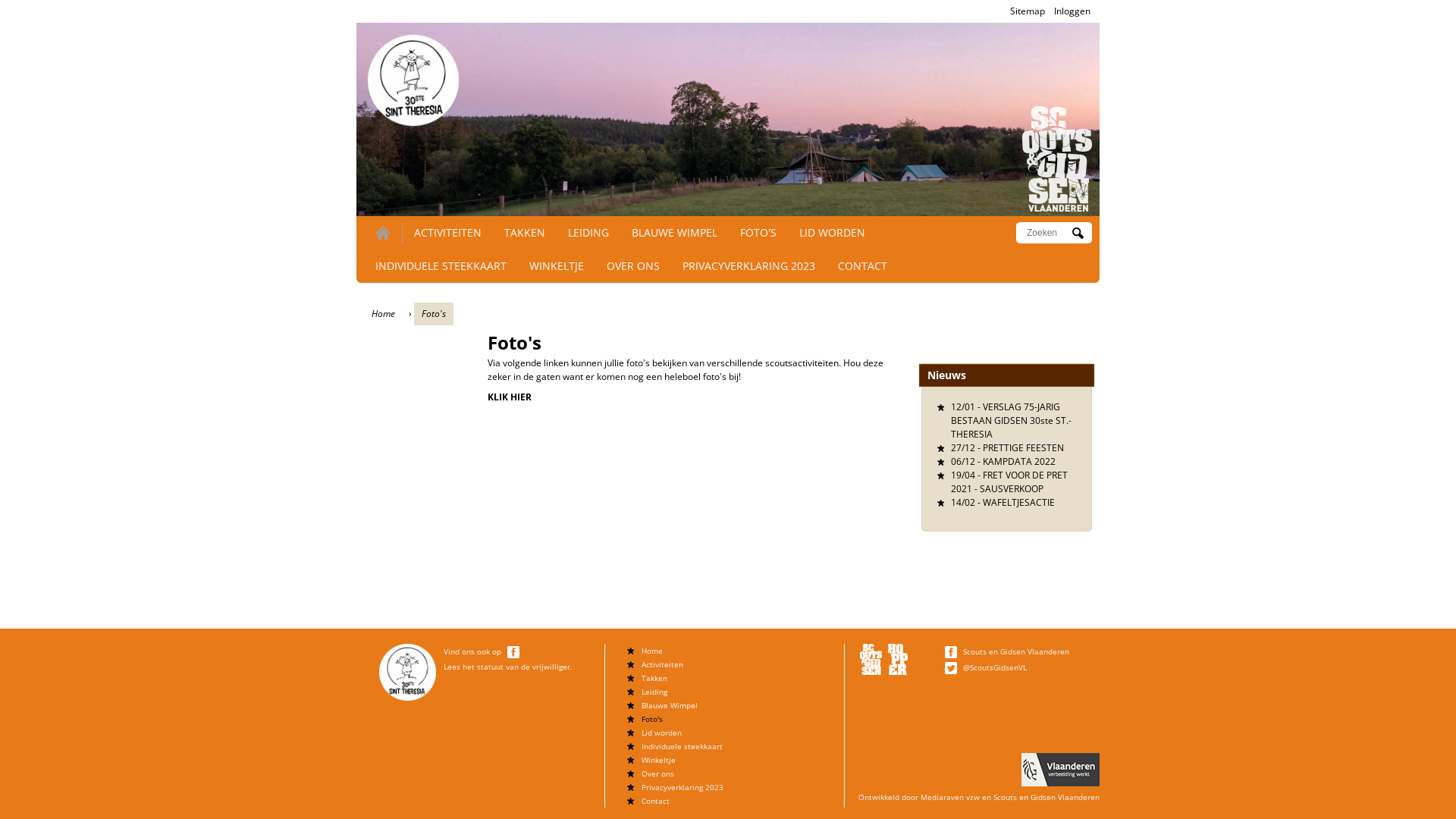  What do you see at coordinates (994, 666) in the screenshot?
I see `'@ScoutsGidsenVL'` at bounding box center [994, 666].